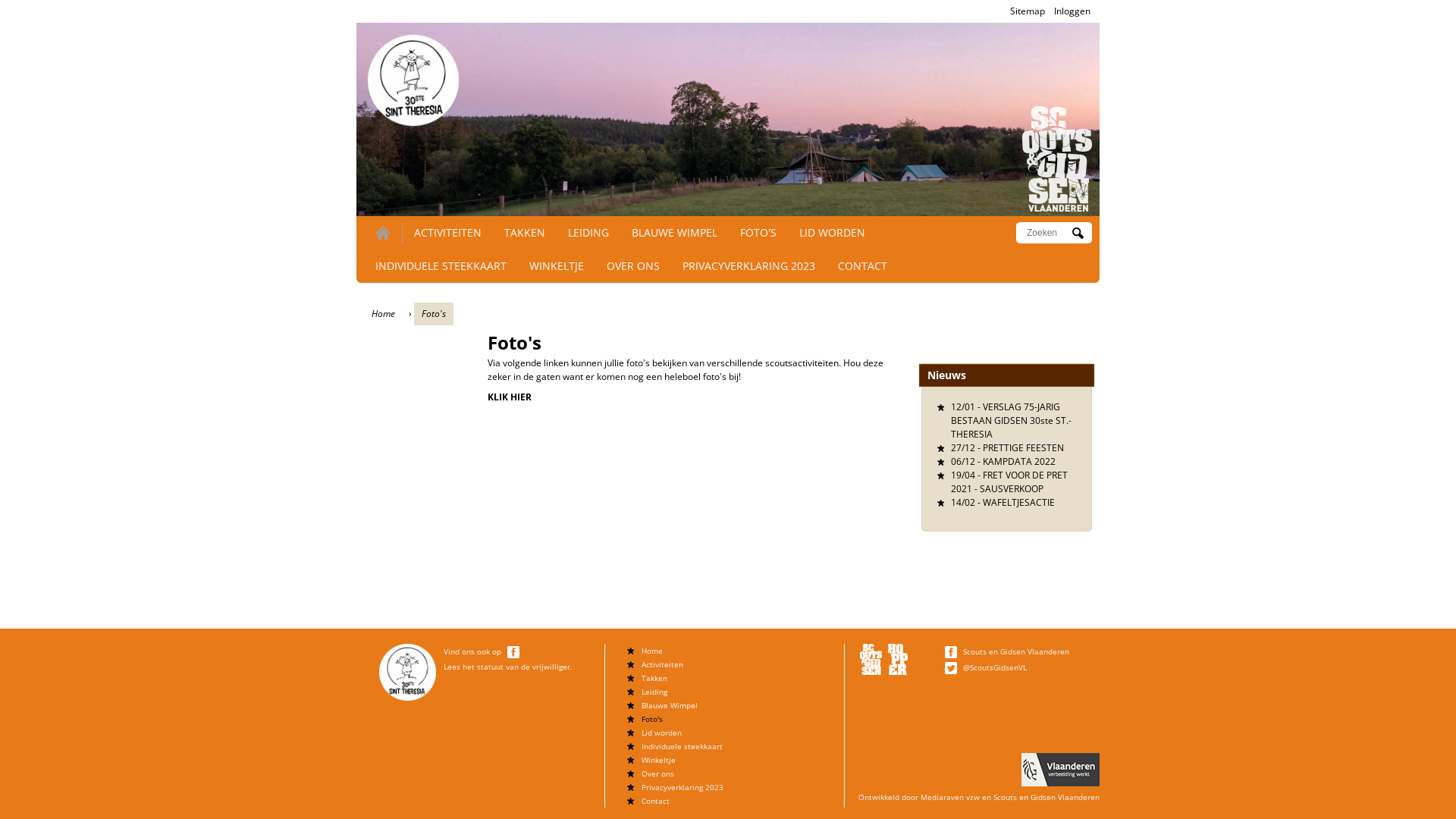  What do you see at coordinates (994, 666) in the screenshot?
I see `'@ScoutsGidsenVL'` at bounding box center [994, 666].